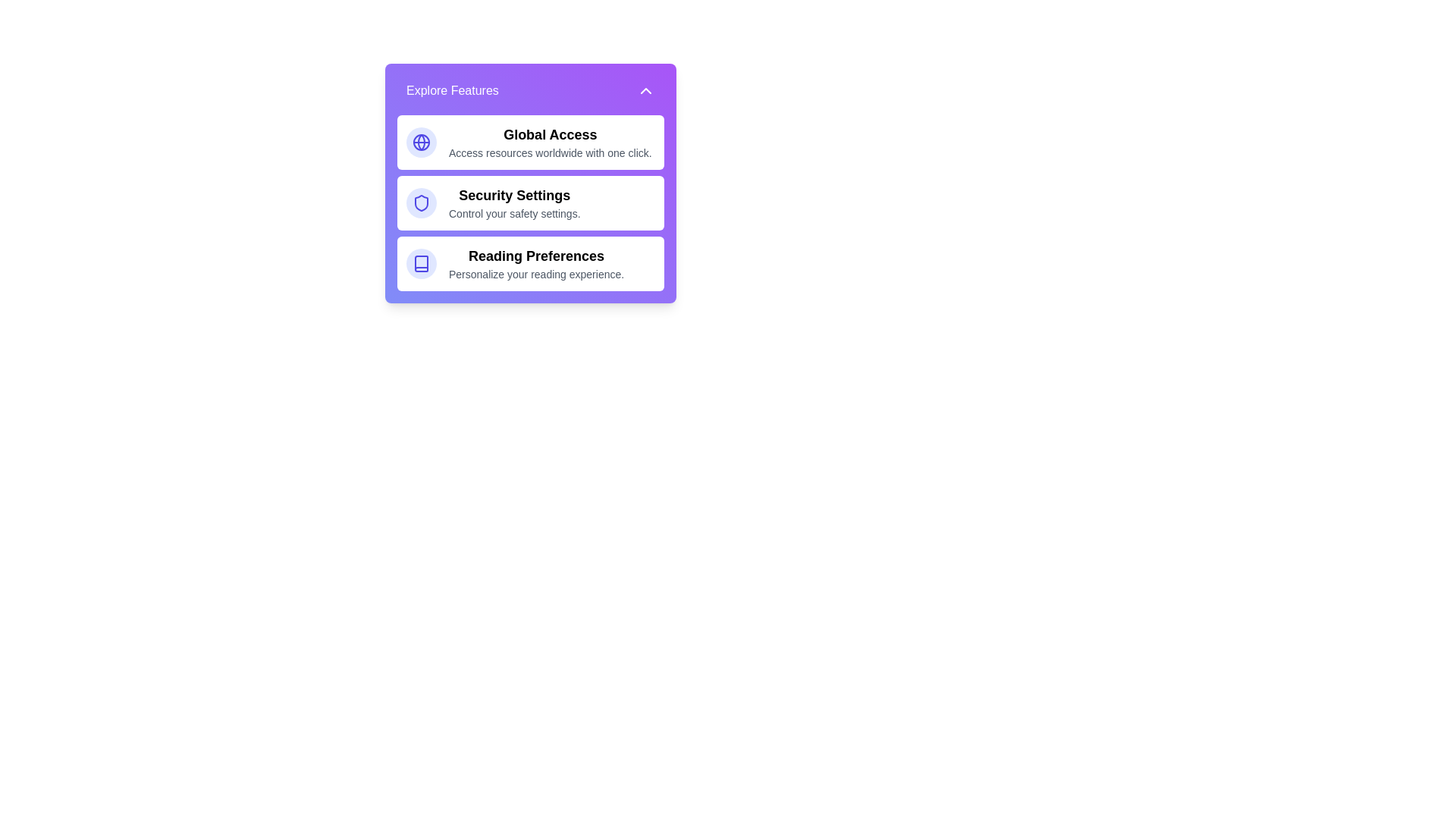  What do you see at coordinates (422, 262) in the screenshot?
I see `the small graphical icon resembling a book, which is located to the left of the 'Reading Preferences' text in the third item of the vertical list within the 'Explore Features' card` at bounding box center [422, 262].